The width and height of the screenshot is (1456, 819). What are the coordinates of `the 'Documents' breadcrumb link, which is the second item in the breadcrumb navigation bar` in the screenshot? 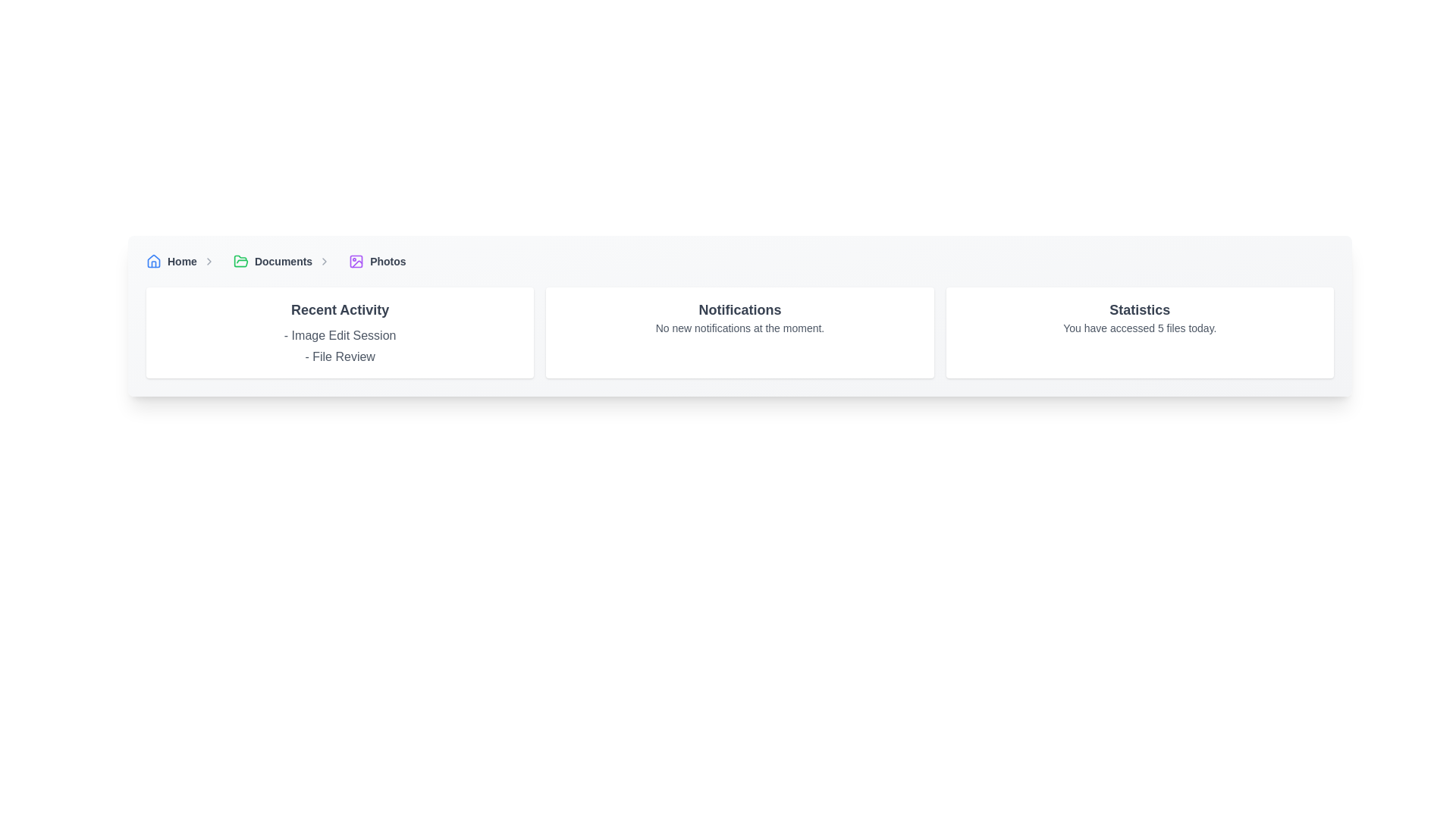 It's located at (284, 260).